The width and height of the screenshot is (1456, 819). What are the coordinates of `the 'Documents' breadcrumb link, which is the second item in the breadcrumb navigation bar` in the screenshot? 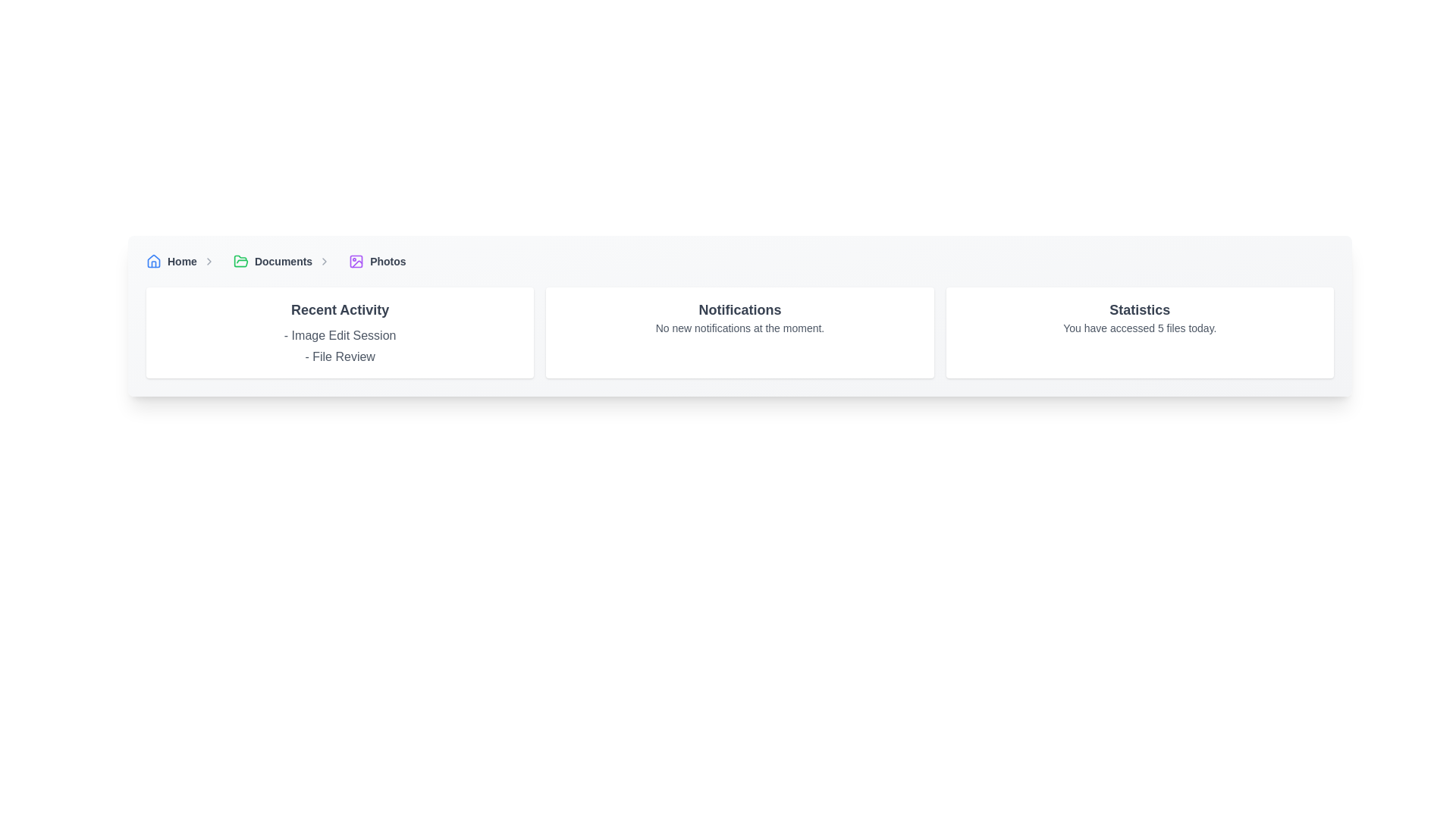 It's located at (284, 260).